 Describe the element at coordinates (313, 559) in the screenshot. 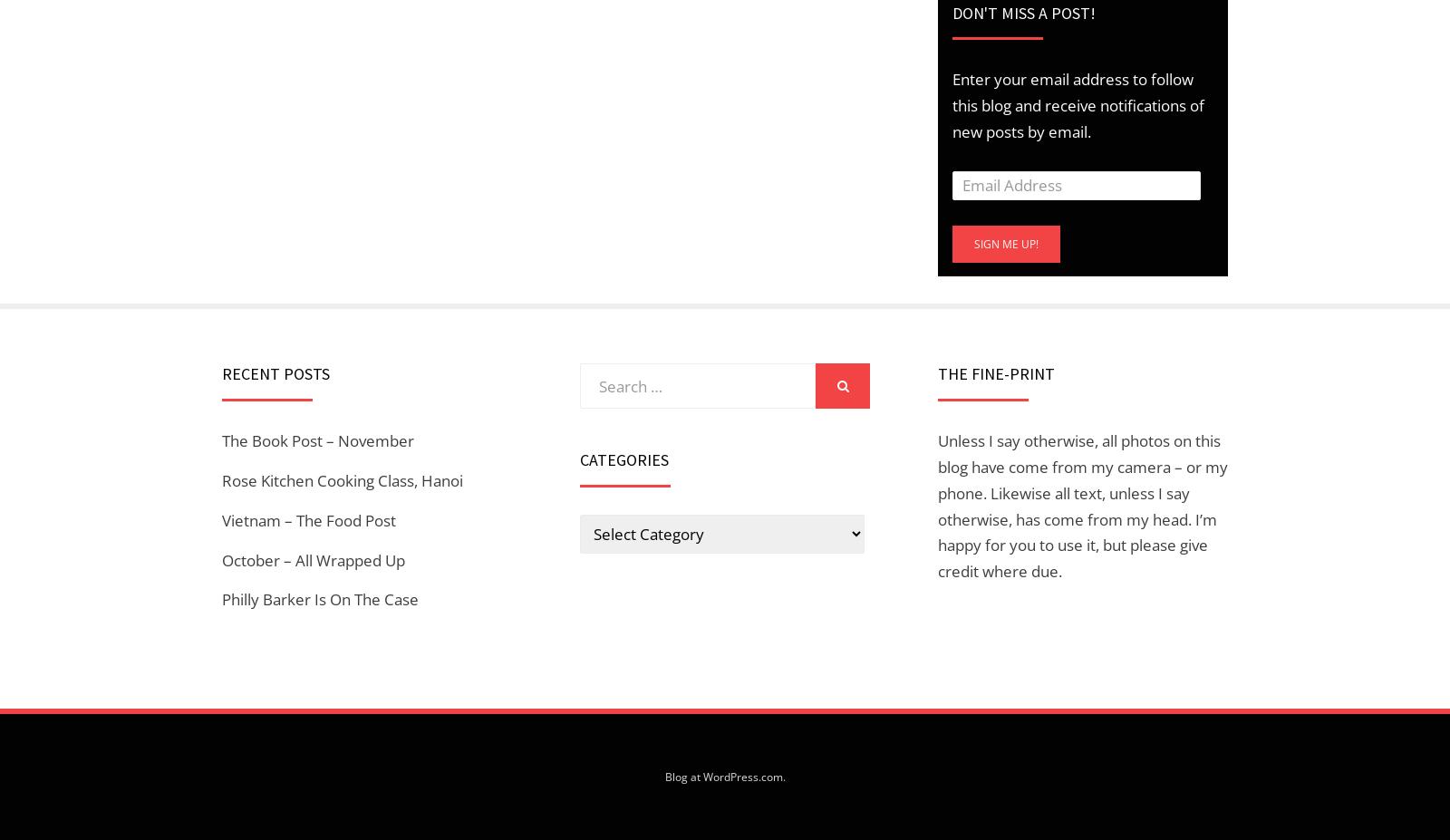

I see `'October – All Wrapped Up'` at that location.